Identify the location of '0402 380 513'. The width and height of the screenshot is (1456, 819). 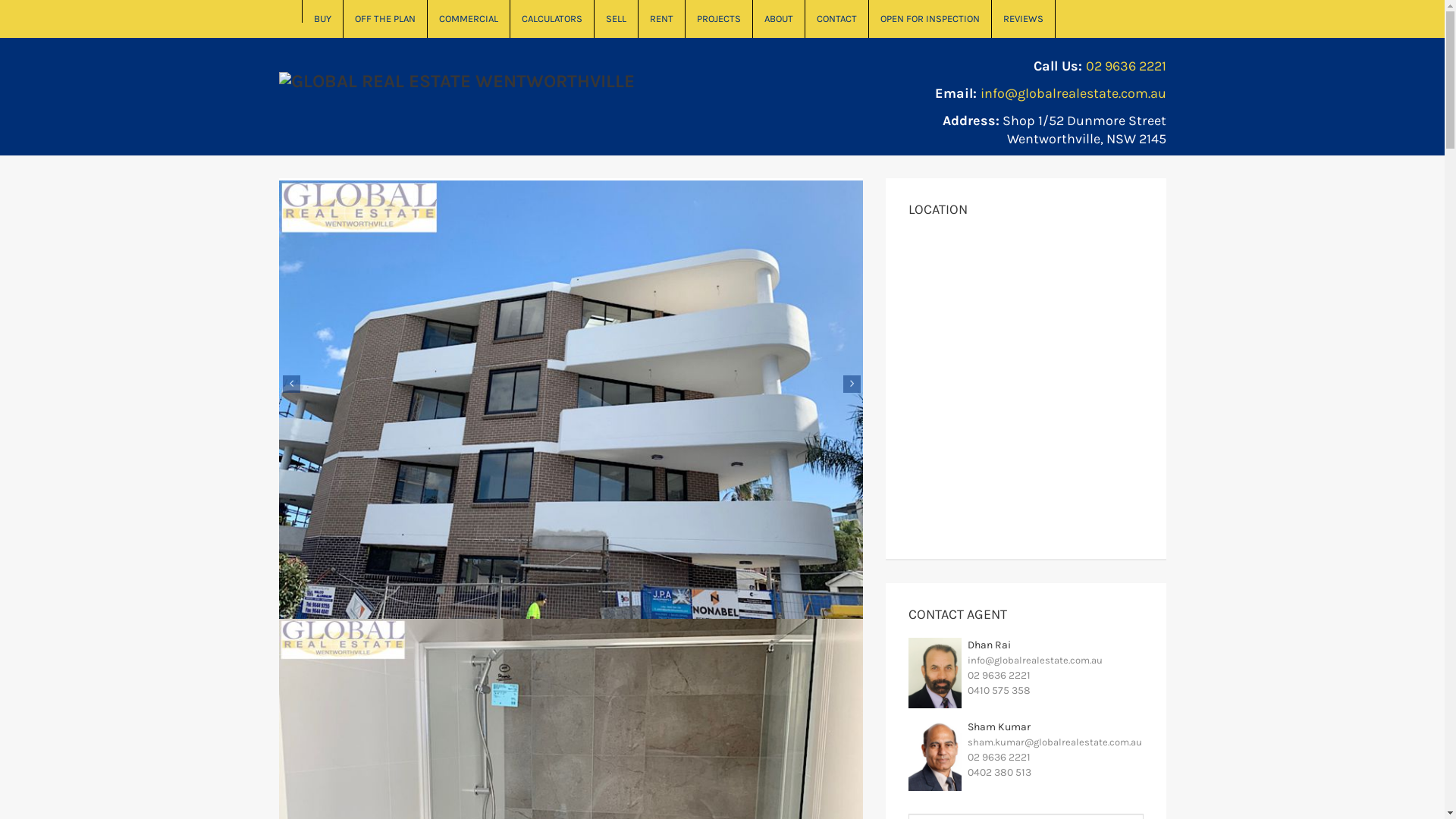
(999, 772).